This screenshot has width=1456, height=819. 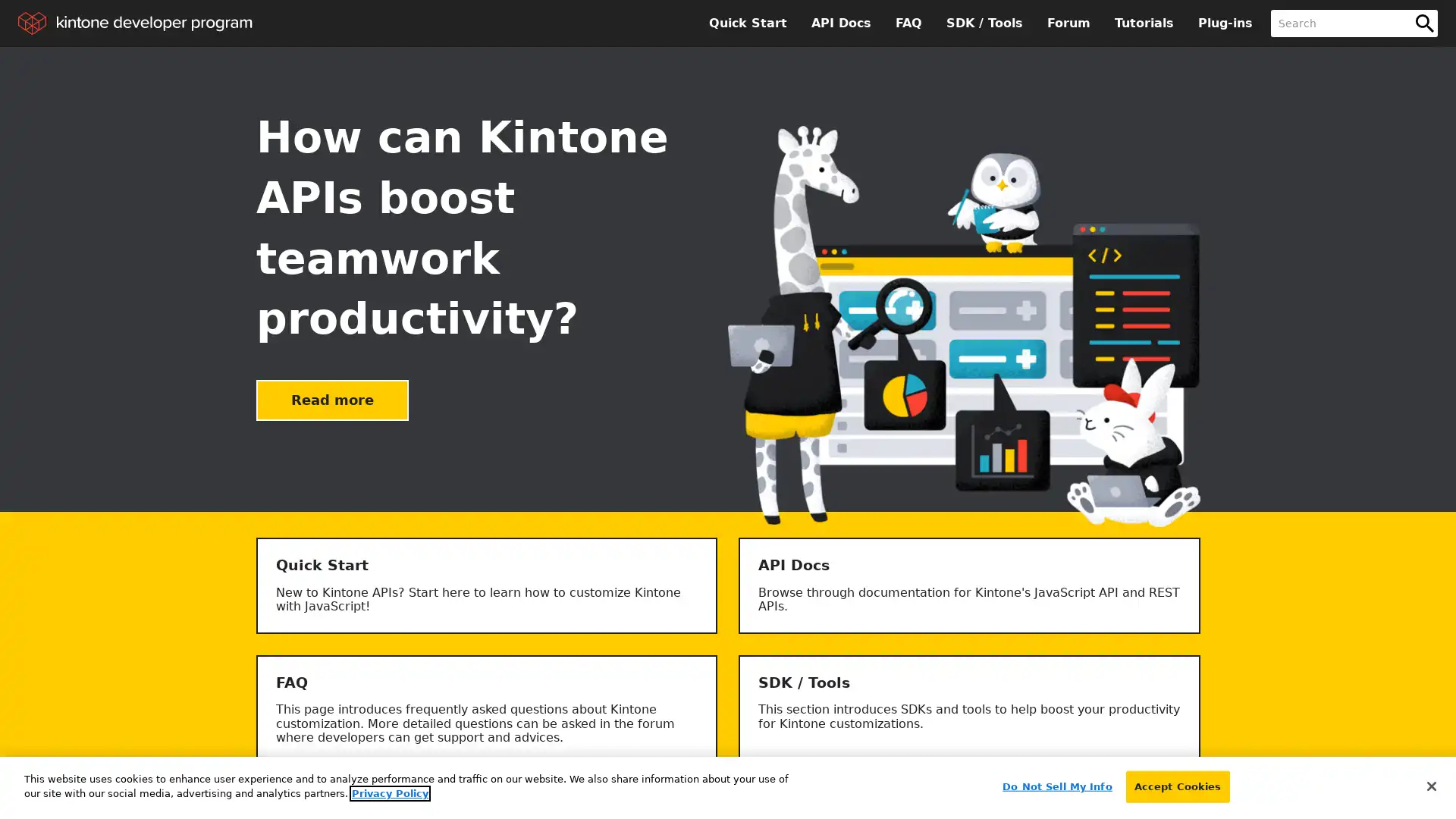 I want to click on Accept Cookies, so click(x=1176, y=786).